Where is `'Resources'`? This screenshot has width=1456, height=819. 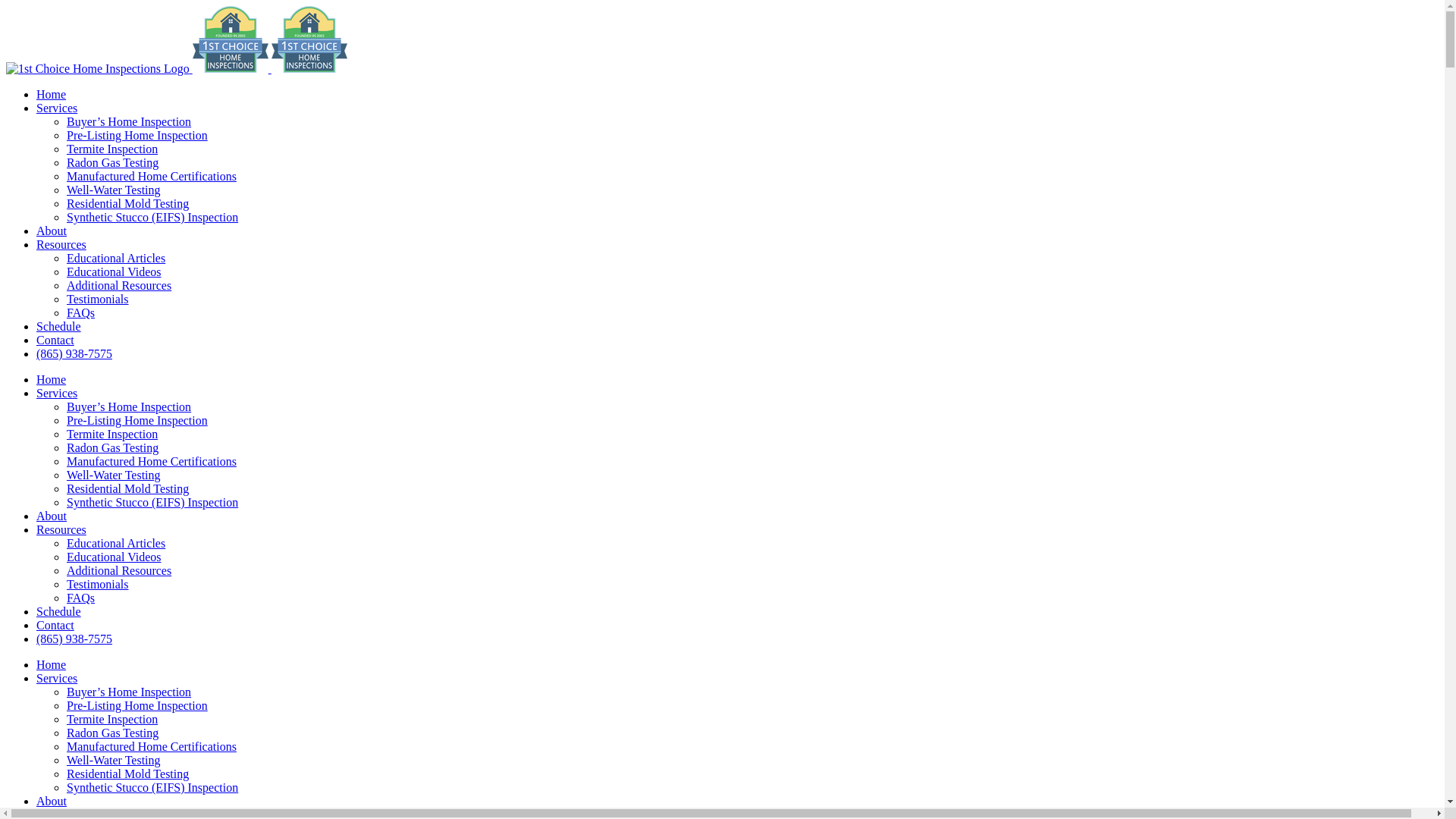 'Resources' is located at coordinates (61, 529).